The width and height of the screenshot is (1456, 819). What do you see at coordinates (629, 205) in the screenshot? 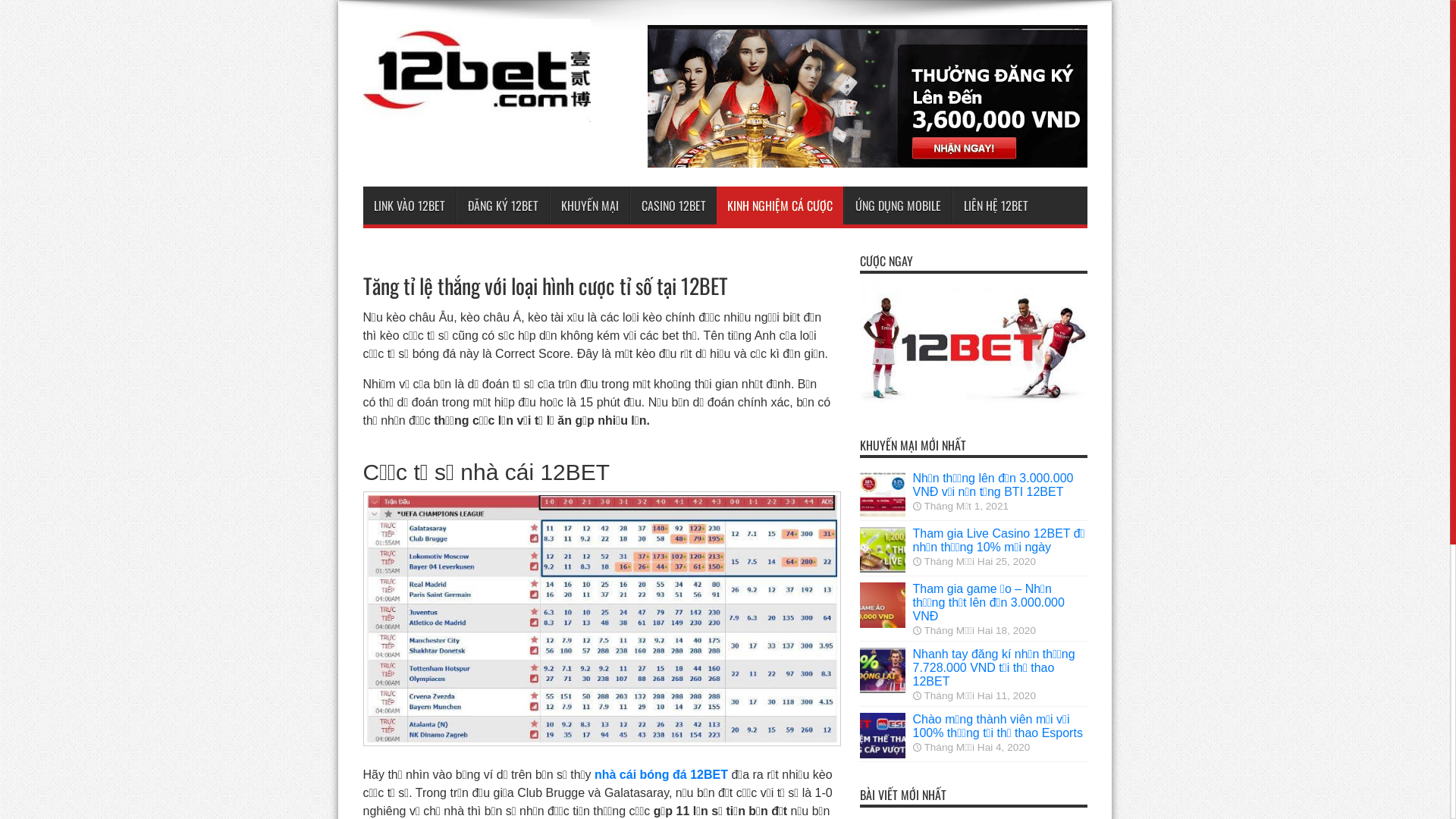
I see `'CASINO 12BET'` at bounding box center [629, 205].